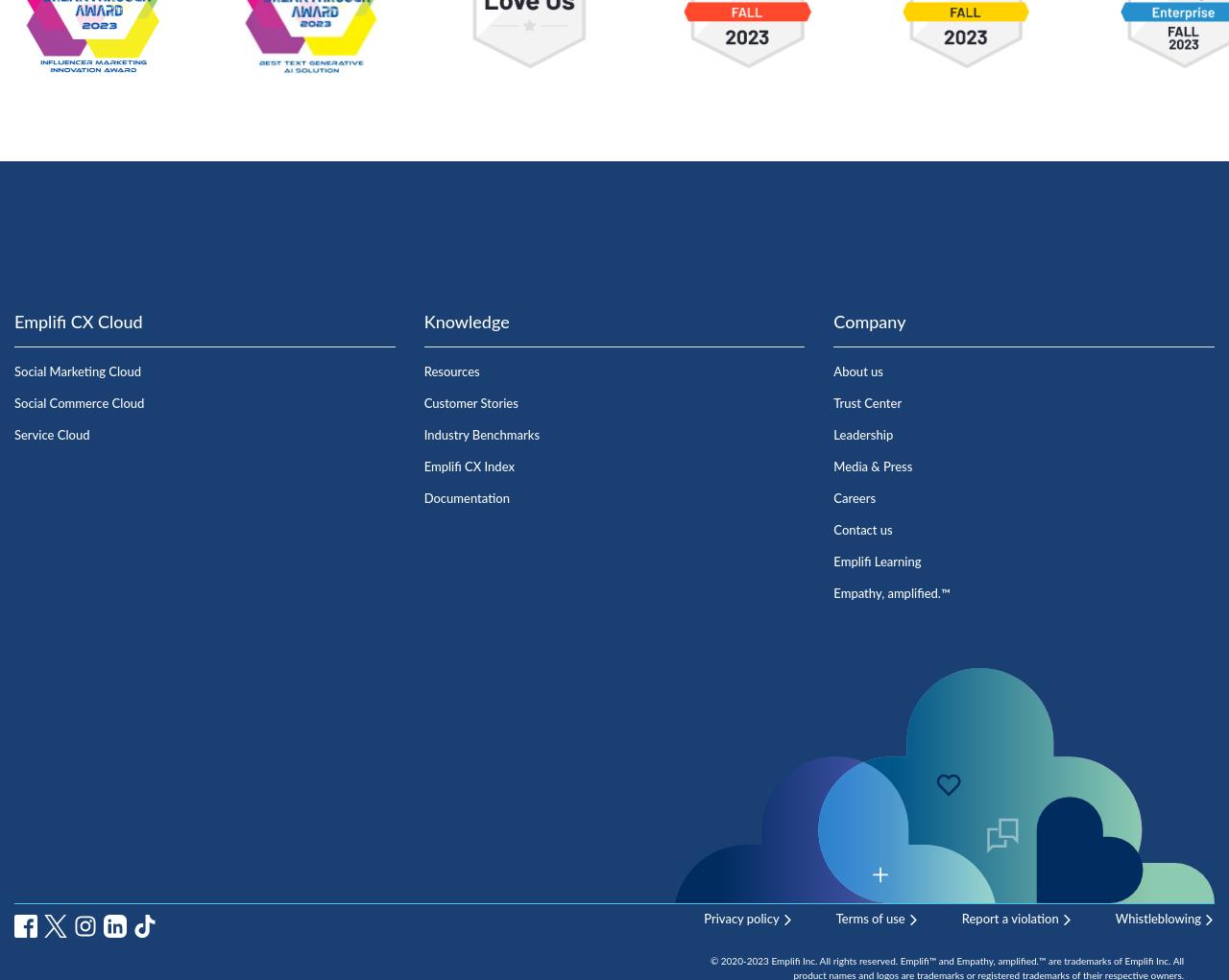 The image size is (1229, 980). Describe the element at coordinates (832, 561) in the screenshot. I see `'Emplifi Learning'` at that location.